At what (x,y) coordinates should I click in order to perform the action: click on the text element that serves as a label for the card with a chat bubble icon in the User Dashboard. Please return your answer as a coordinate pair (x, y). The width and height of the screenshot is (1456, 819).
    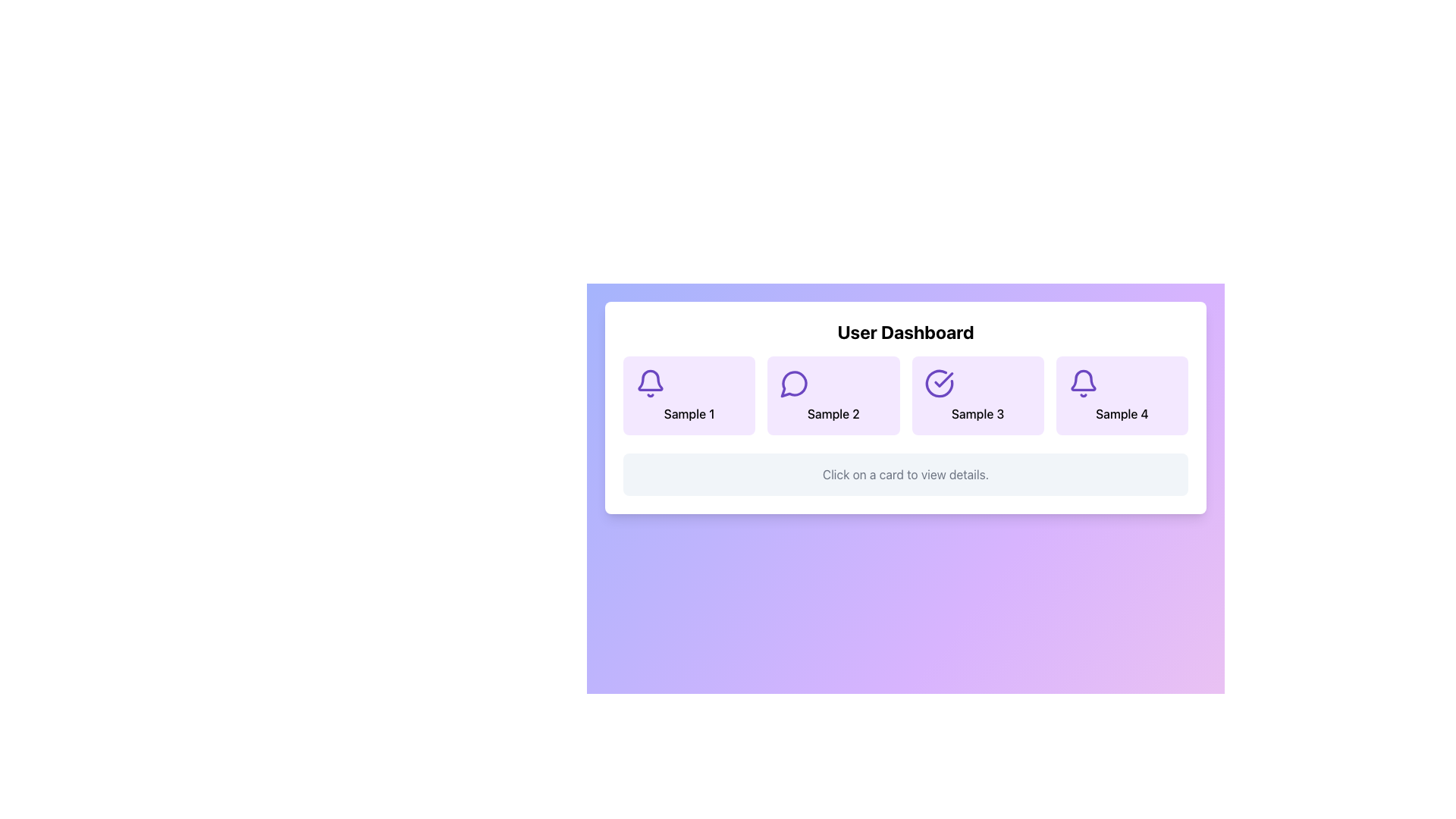
    Looking at the image, I should click on (833, 414).